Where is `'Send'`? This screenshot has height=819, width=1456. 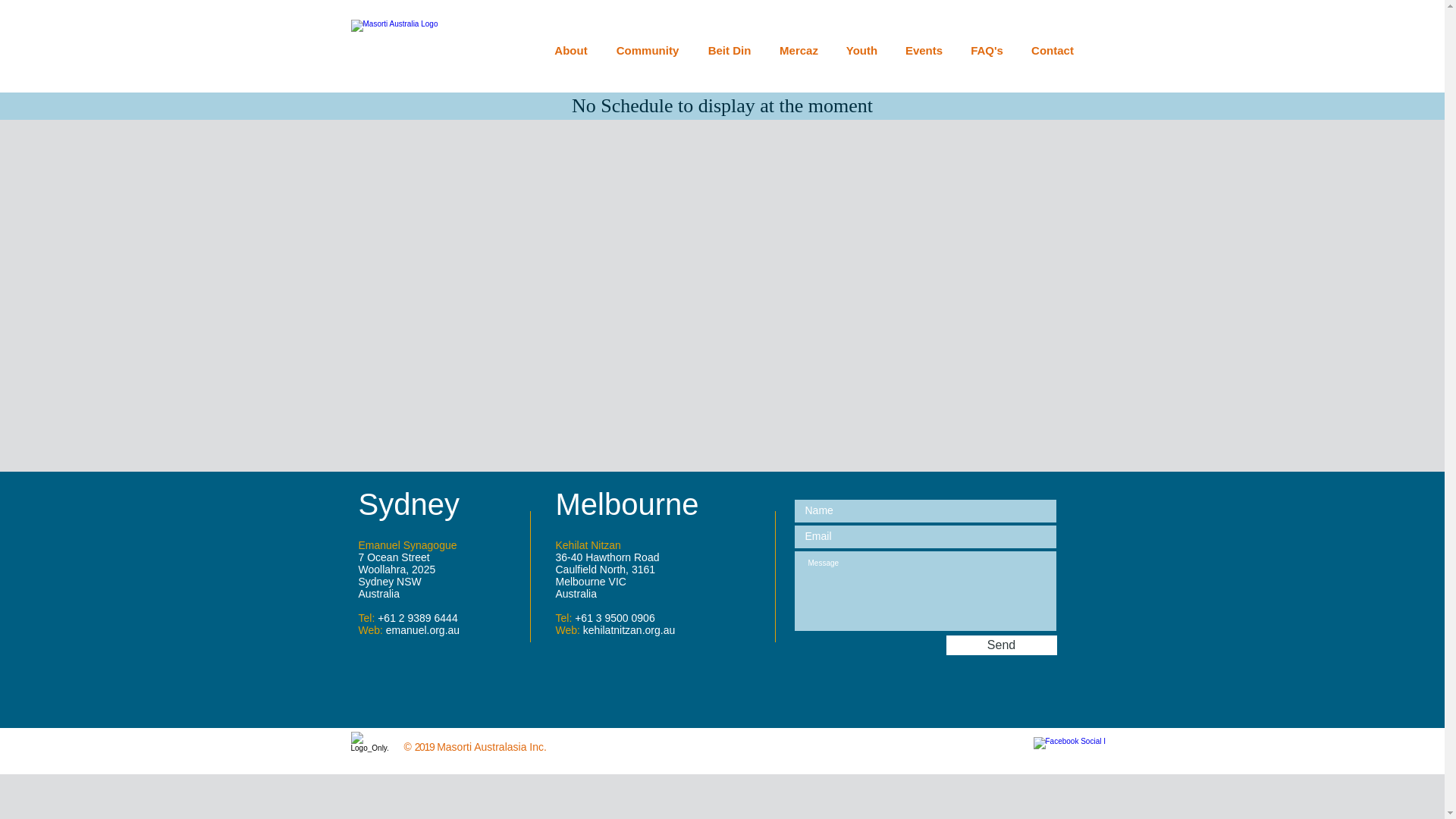
'Send' is located at coordinates (1001, 645).